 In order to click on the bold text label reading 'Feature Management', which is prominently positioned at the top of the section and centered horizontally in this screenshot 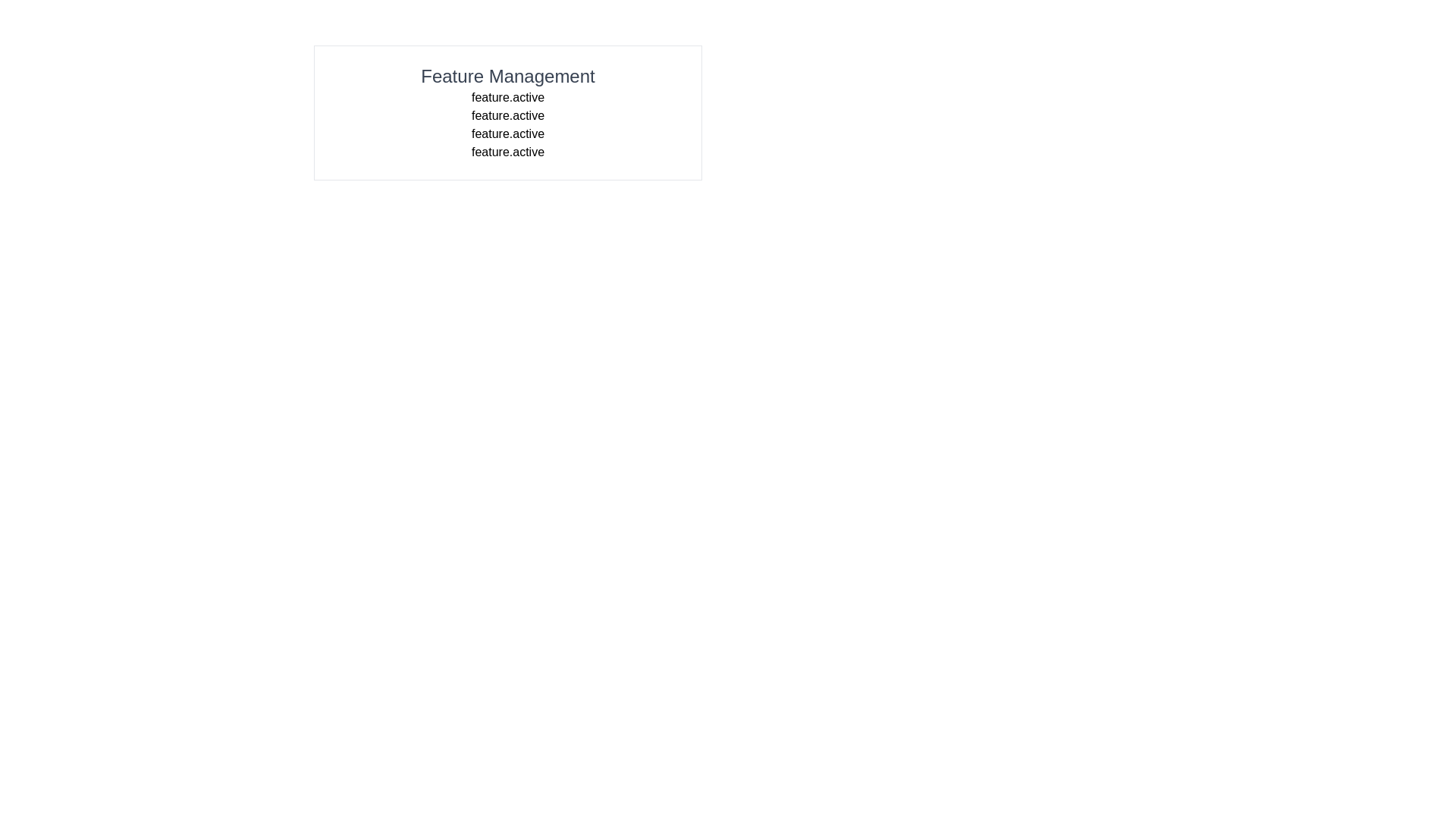, I will do `click(508, 76)`.